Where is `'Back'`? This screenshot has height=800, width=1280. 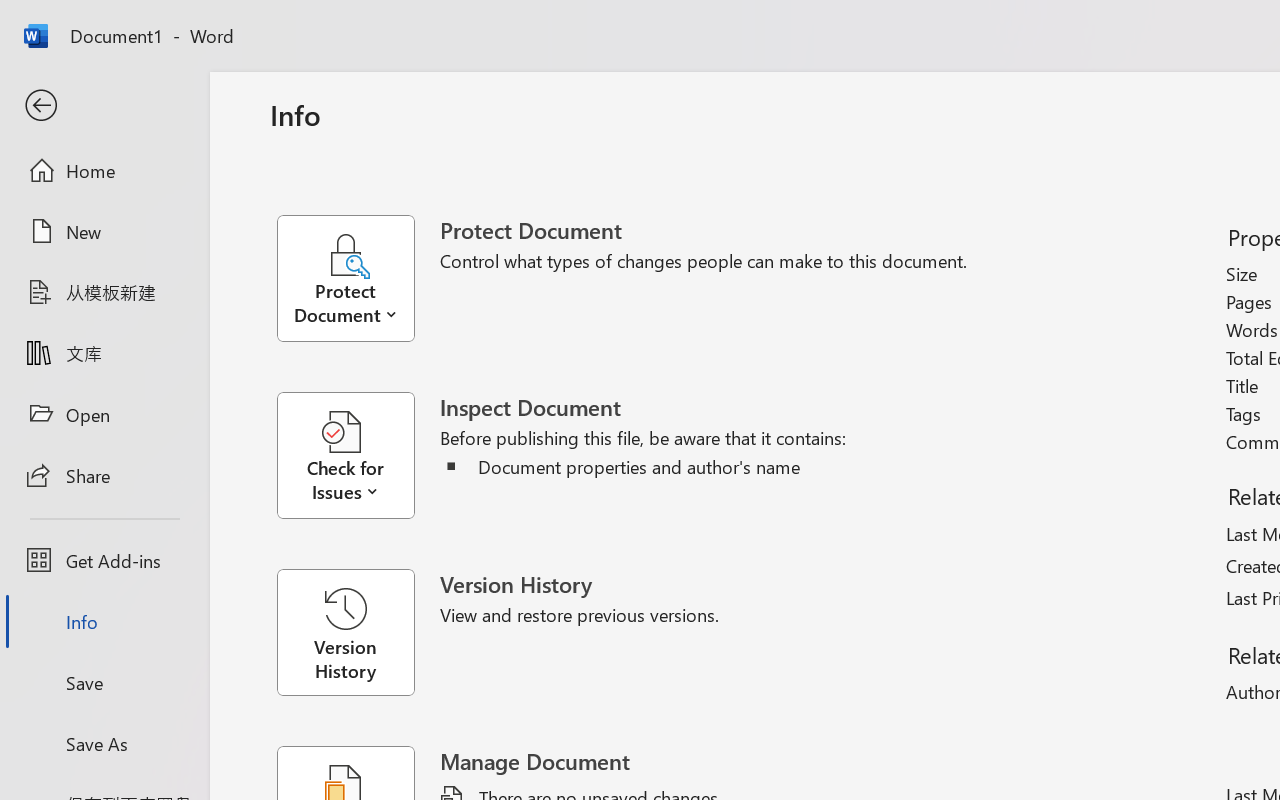
'Back' is located at coordinates (103, 105).